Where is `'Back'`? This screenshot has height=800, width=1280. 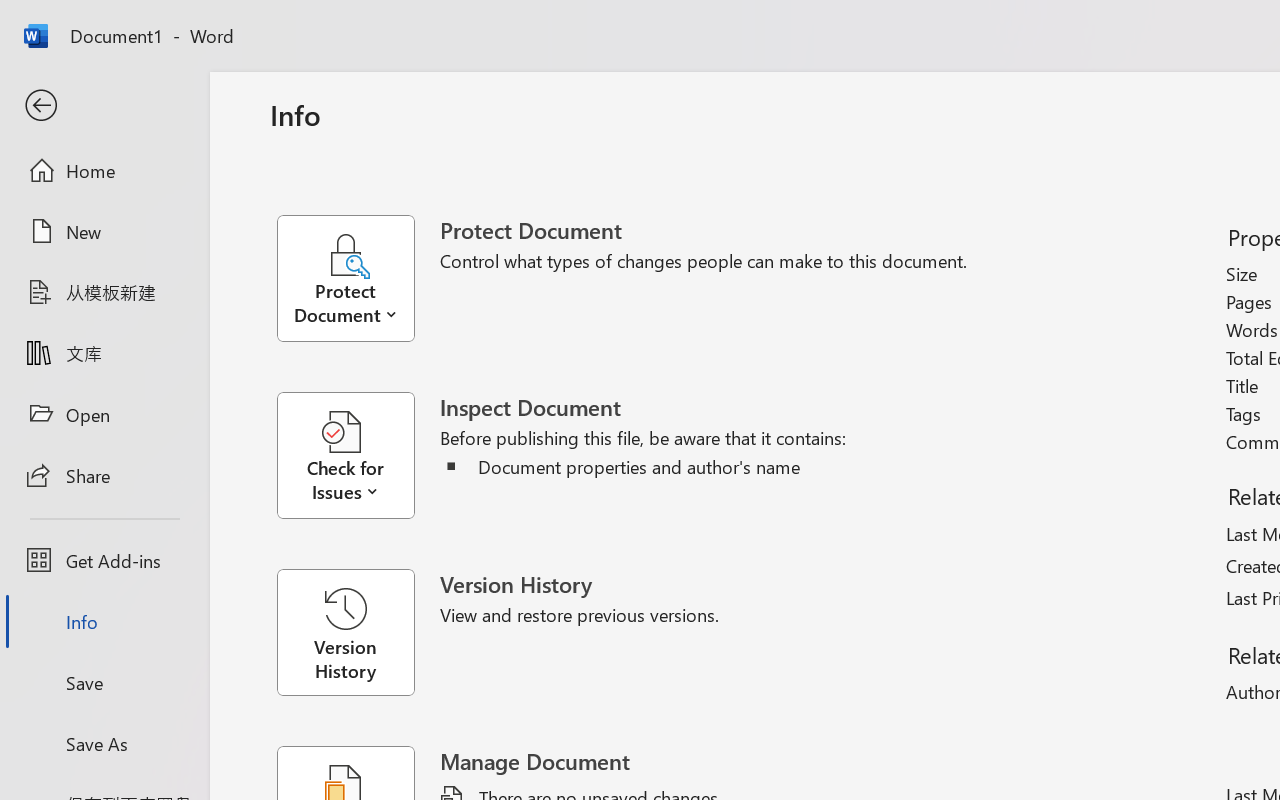
'Back' is located at coordinates (103, 105).